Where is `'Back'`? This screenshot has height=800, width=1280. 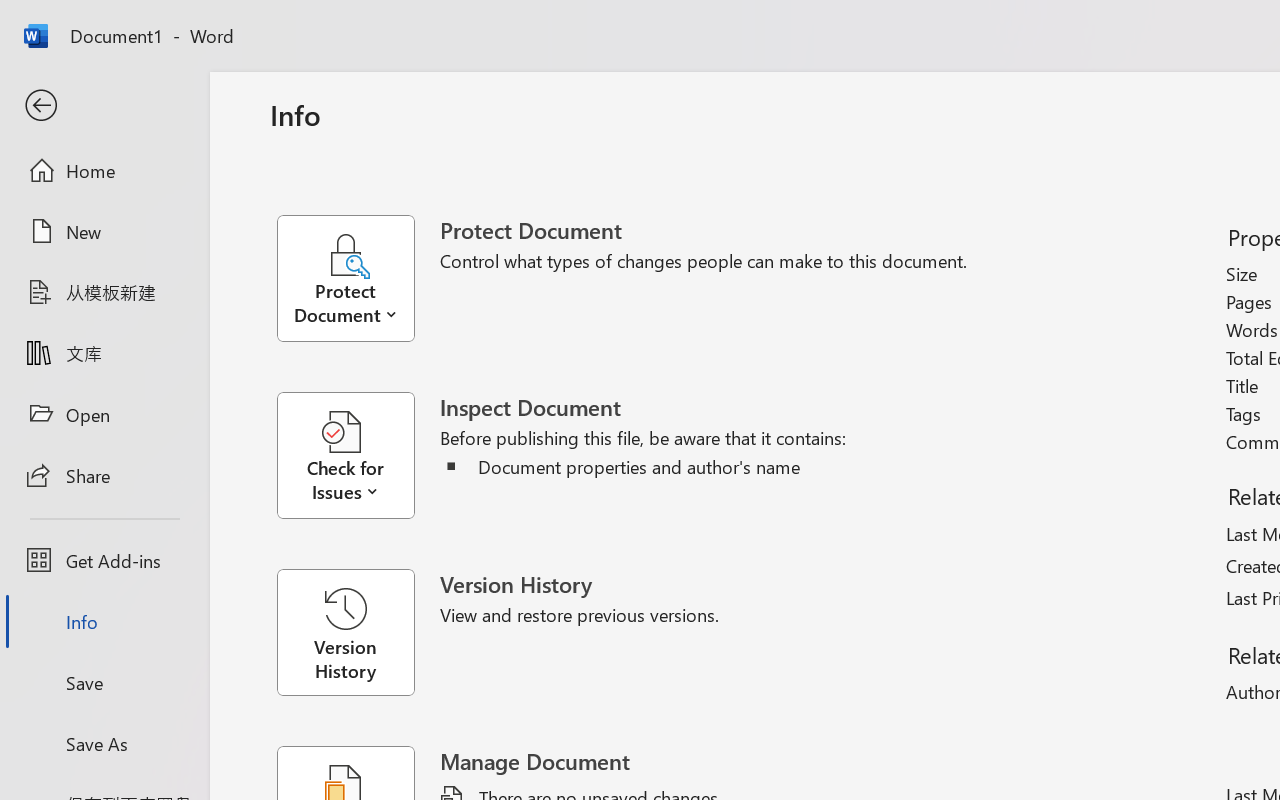
'Back' is located at coordinates (103, 105).